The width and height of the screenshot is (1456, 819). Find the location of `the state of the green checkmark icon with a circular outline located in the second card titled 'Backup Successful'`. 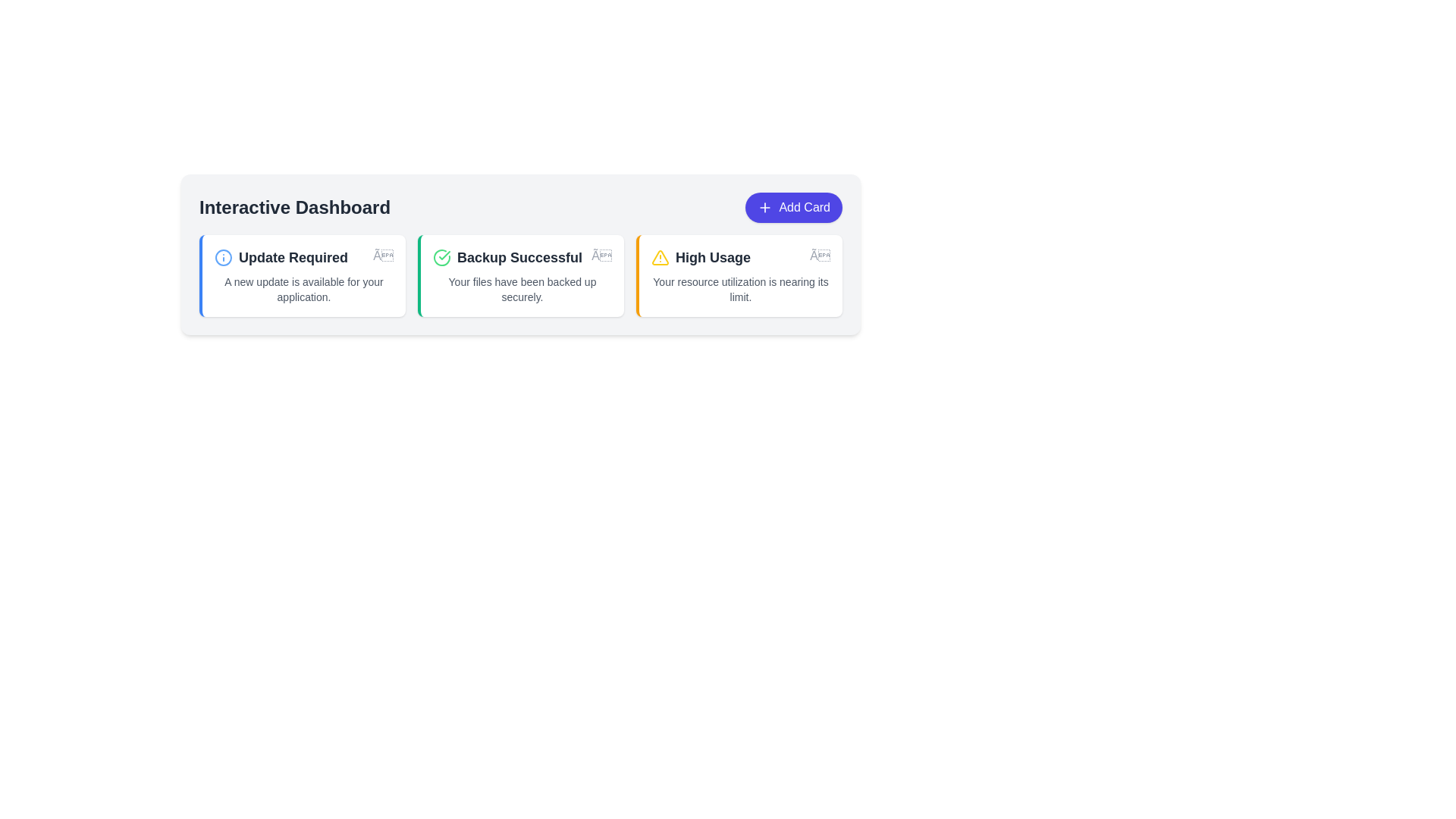

the state of the green checkmark icon with a circular outline located in the second card titled 'Backup Successful' is located at coordinates (441, 256).